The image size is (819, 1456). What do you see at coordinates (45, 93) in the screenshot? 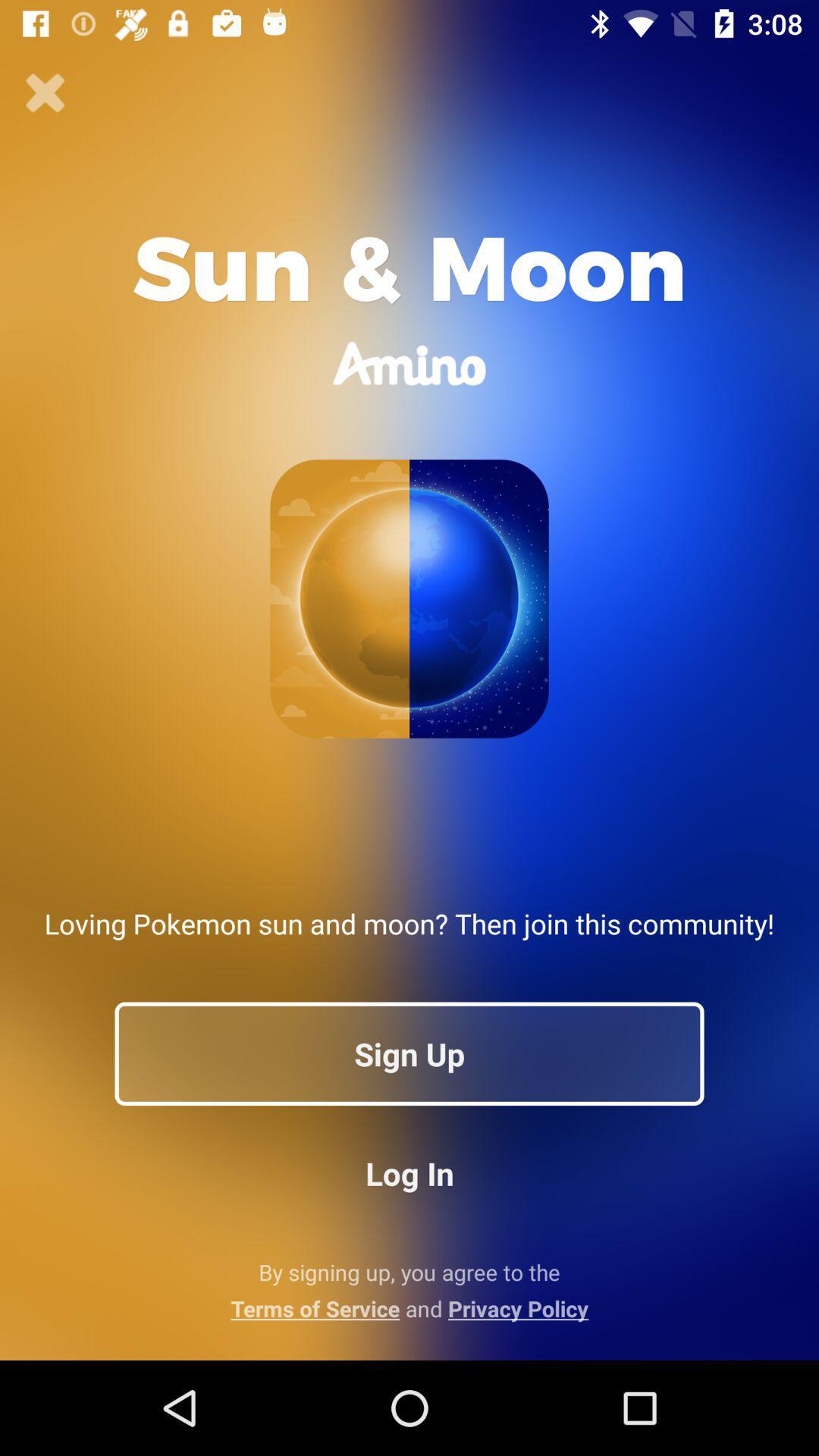
I see `the close icon` at bounding box center [45, 93].